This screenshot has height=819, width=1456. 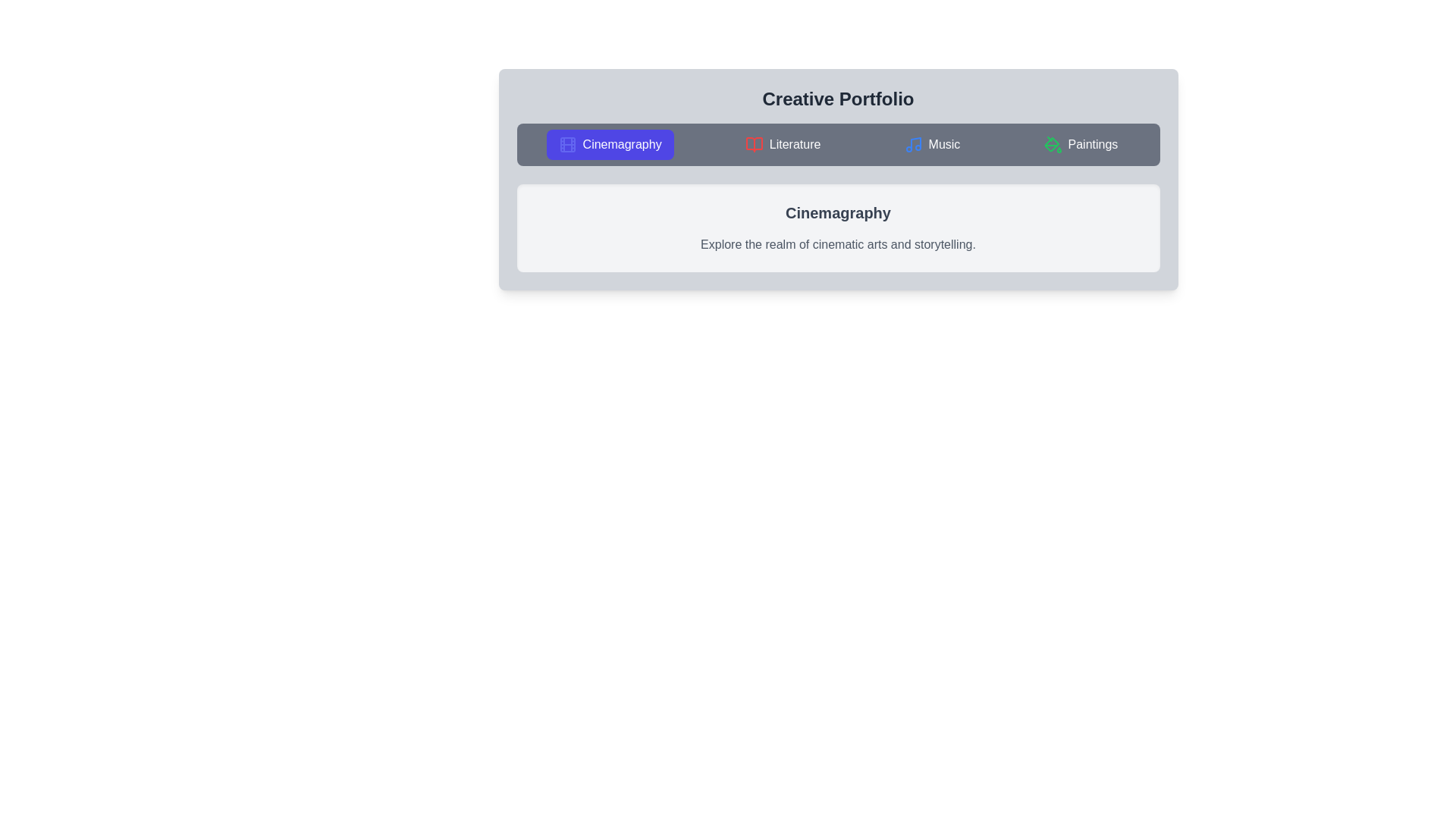 What do you see at coordinates (783, 145) in the screenshot?
I see `the tab labeled Literature and observe its content` at bounding box center [783, 145].